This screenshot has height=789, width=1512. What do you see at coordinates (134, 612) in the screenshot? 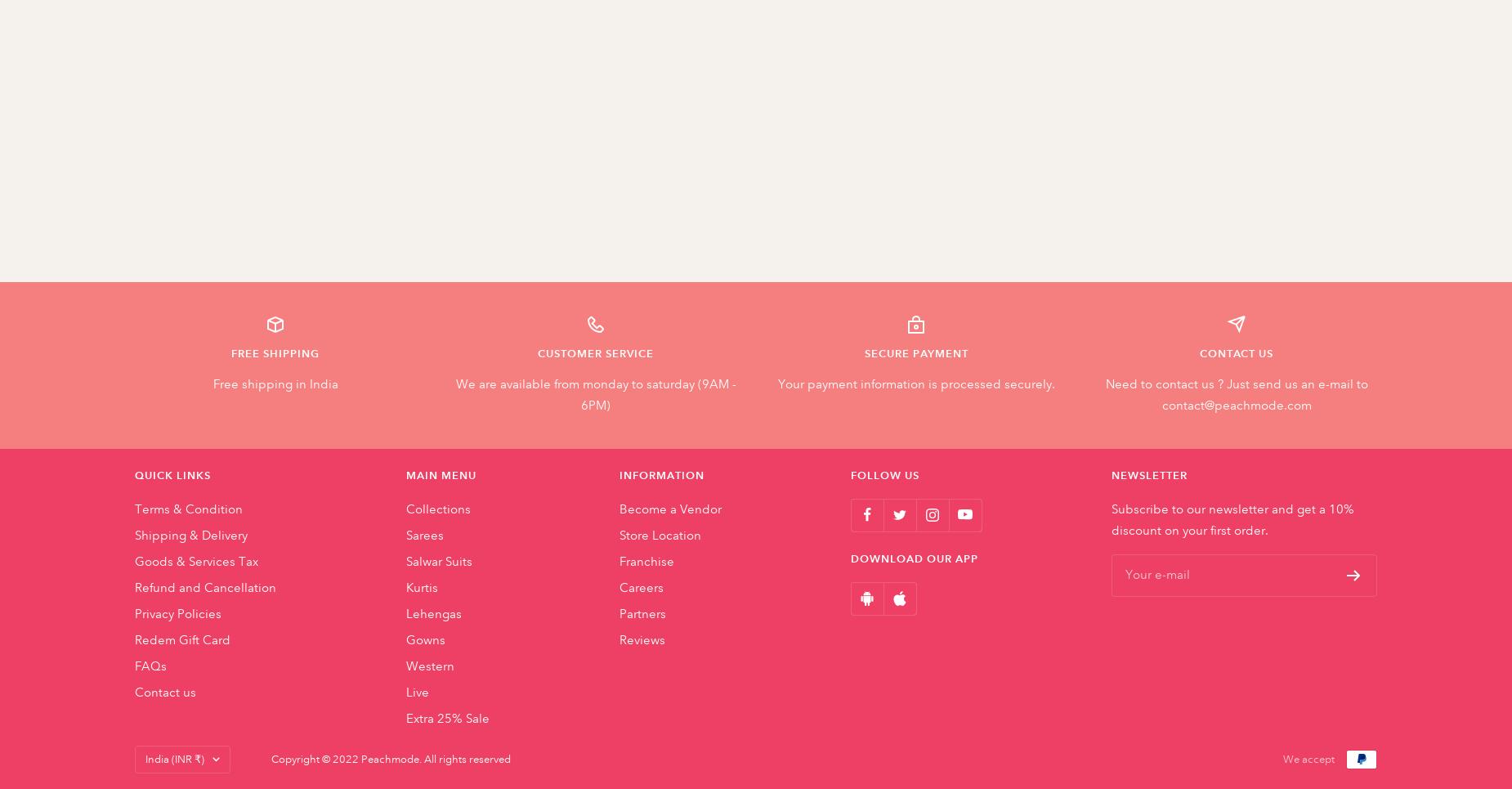
I see `'Privacy Policies'` at bounding box center [134, 612].